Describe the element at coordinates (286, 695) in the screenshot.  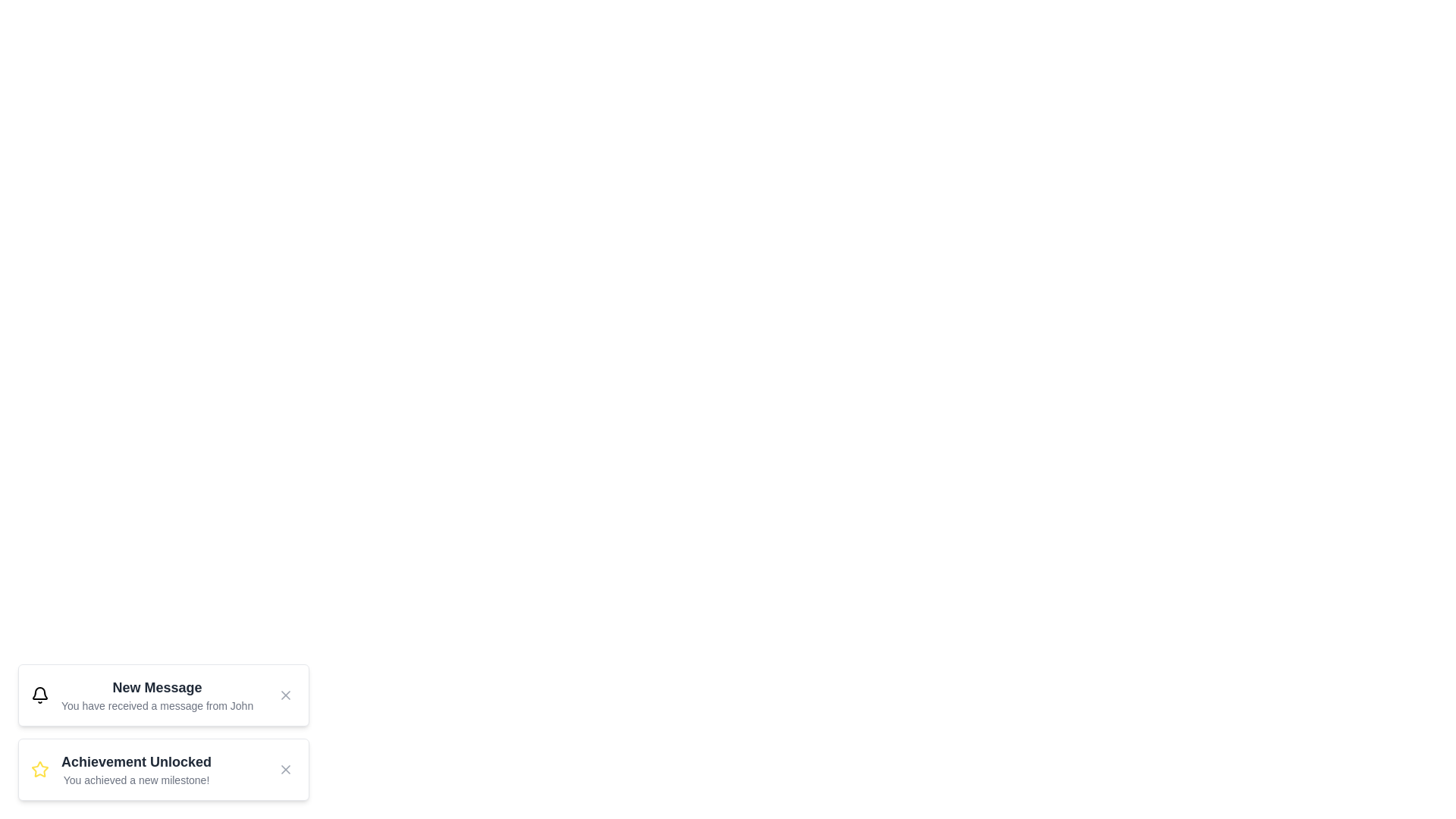
I see `the close button of the notification with title New Message` at that location.